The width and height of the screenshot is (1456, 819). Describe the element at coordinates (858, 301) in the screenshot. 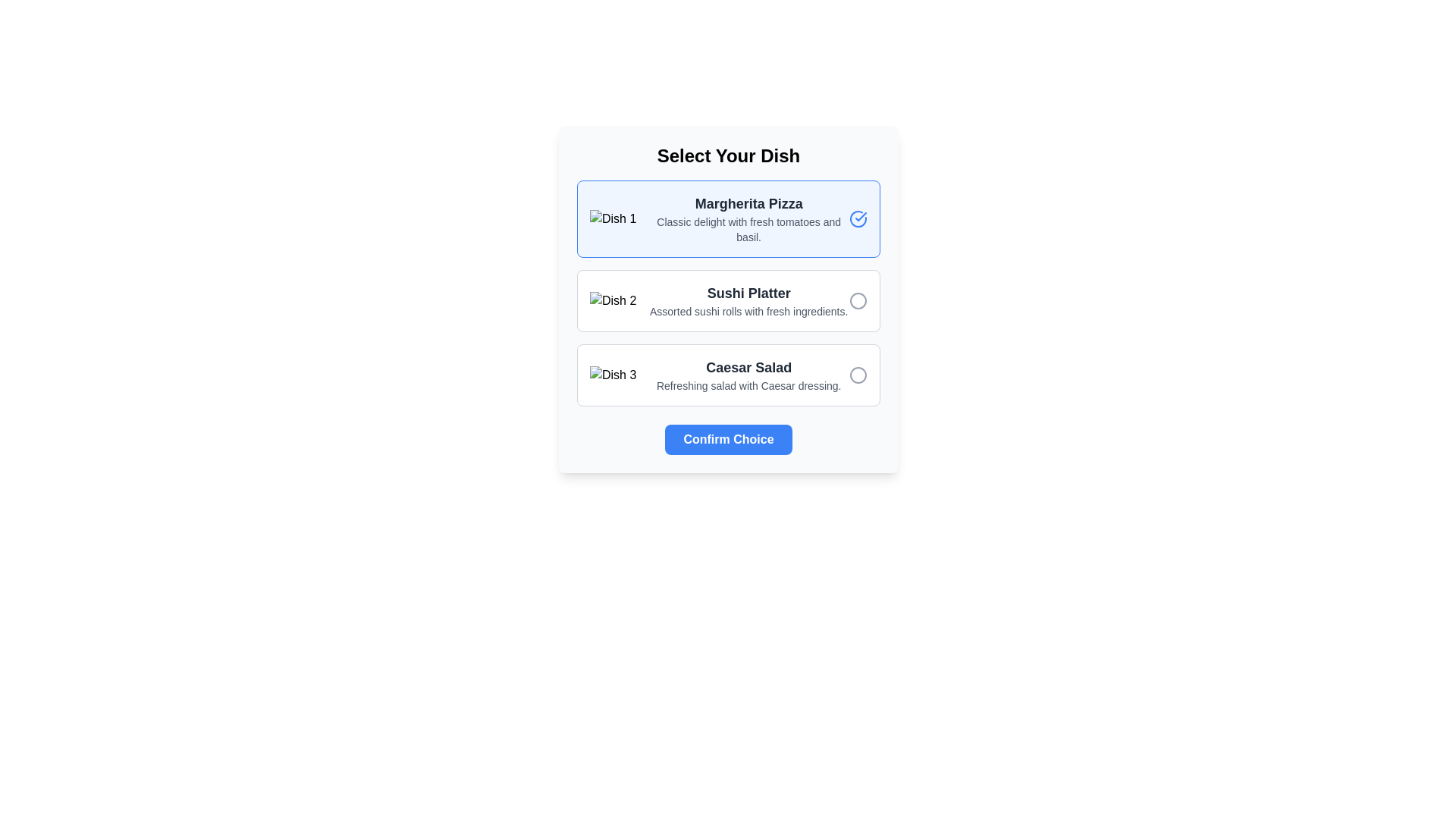

I see `the unselected radio button with a gray border next to the 'Sushi Platter' option` at that location.